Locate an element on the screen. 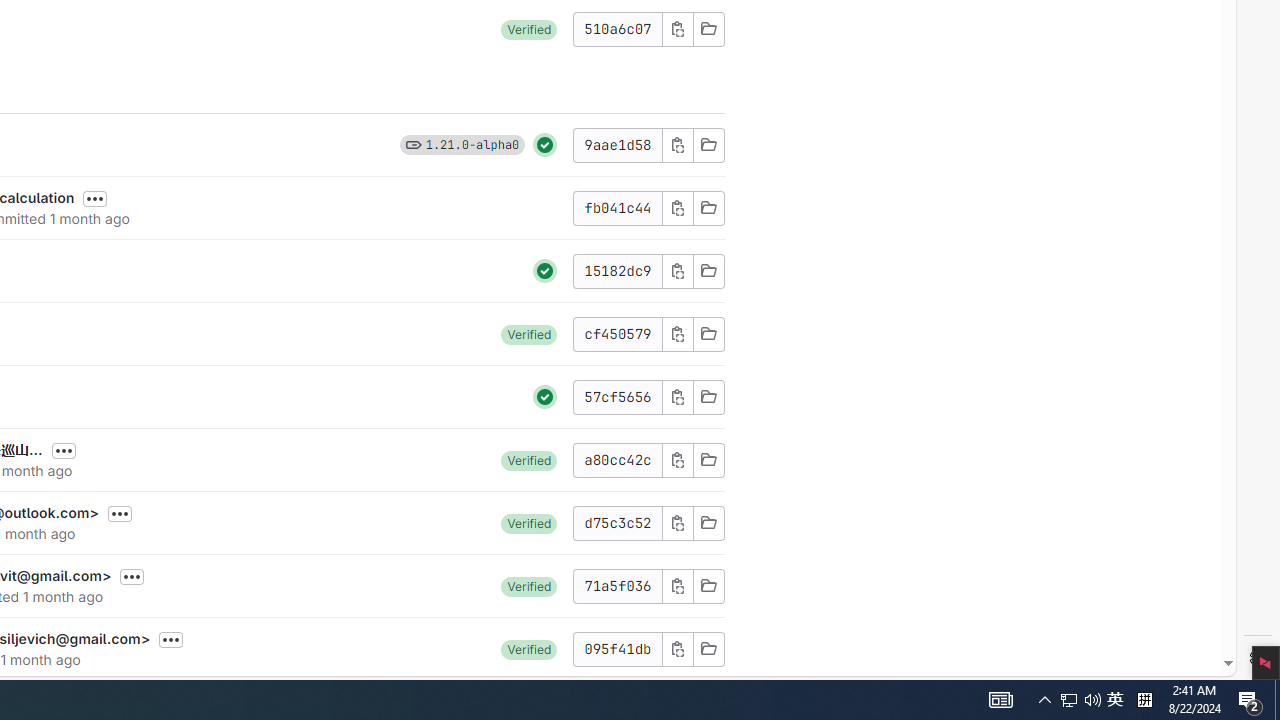  'Class: s16' is located at coordinates (708, 648).